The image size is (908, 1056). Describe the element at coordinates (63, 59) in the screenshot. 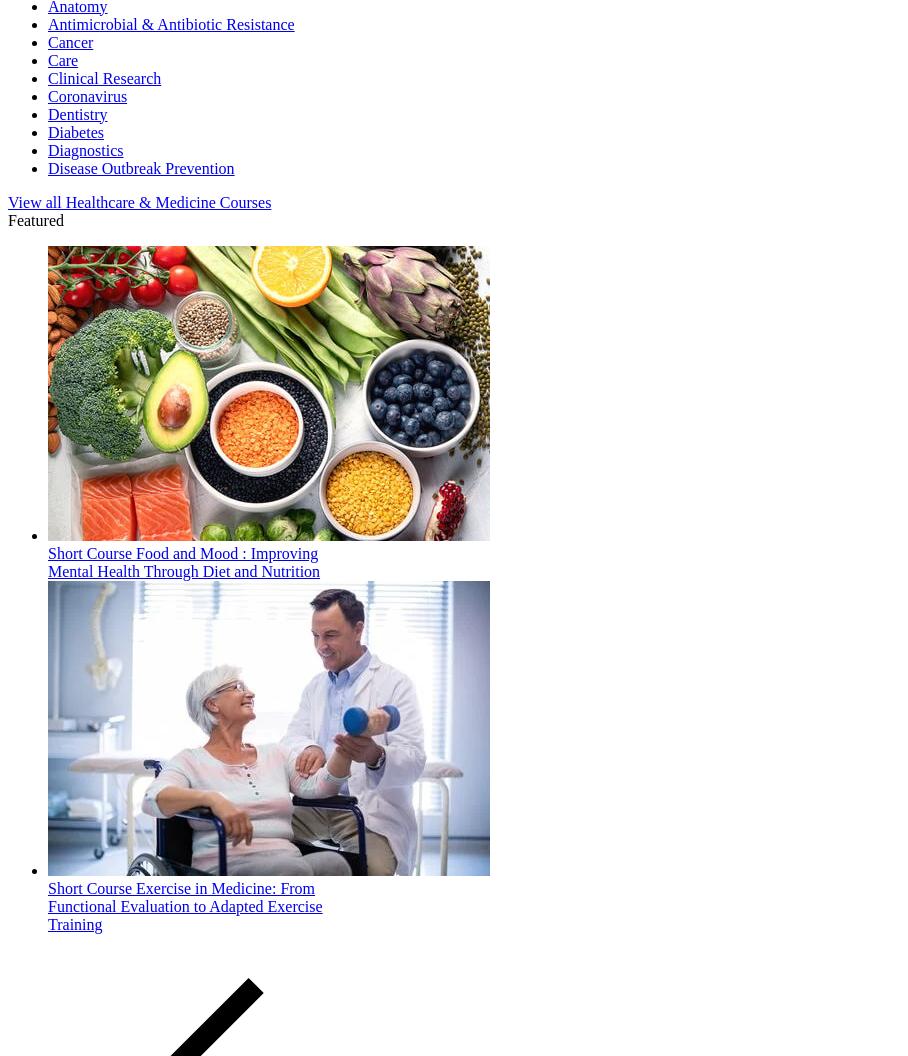

I see `'Care'` at that location.